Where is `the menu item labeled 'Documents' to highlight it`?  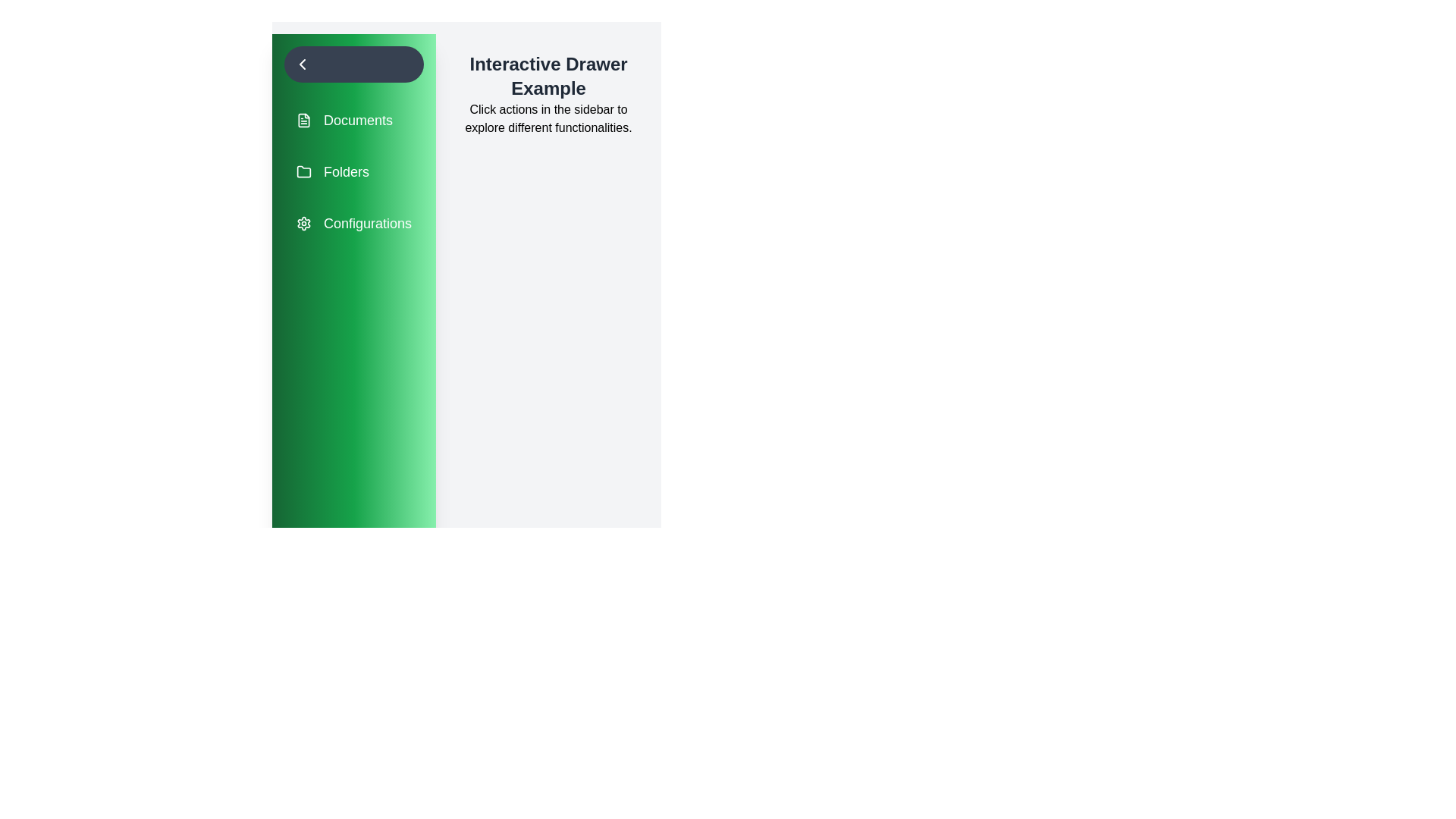
the menu item labeled 'Documents' to highlight it is located at coordinates (353, 119).